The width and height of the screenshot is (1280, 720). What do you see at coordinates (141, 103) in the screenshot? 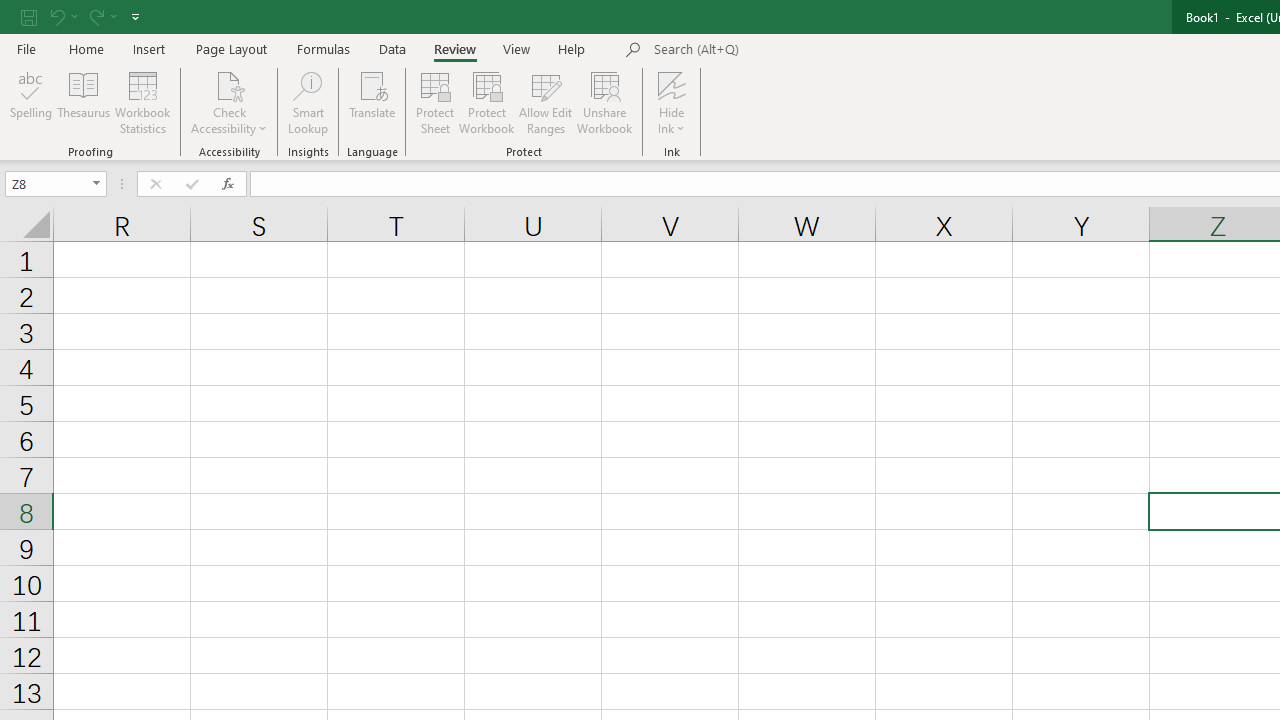
I see `'Workbook Statistics'` at bounding box center [141, 103].